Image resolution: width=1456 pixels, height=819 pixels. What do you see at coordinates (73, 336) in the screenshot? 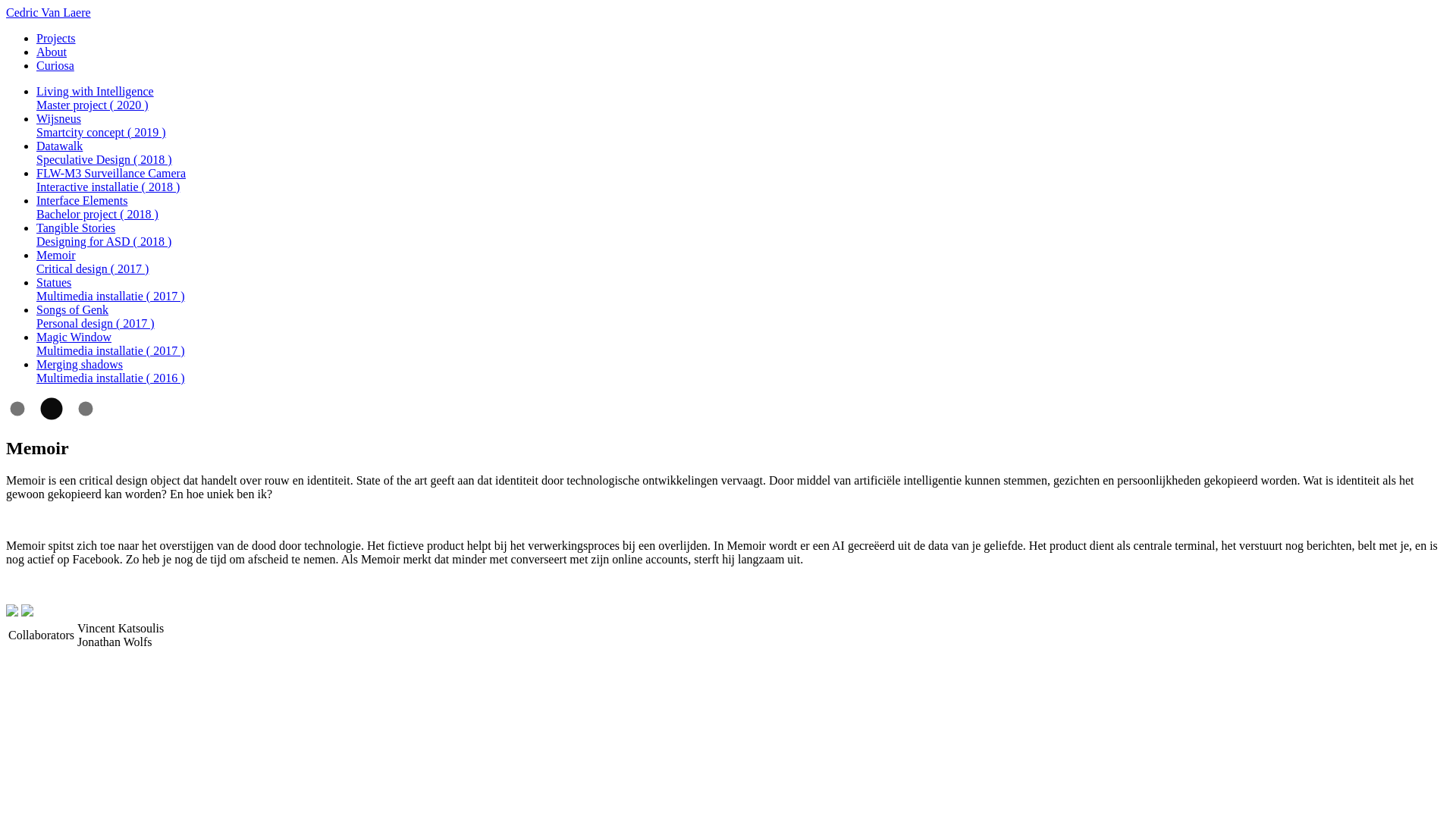
I see `'Magic Window'` at bounding box center [73, 336].